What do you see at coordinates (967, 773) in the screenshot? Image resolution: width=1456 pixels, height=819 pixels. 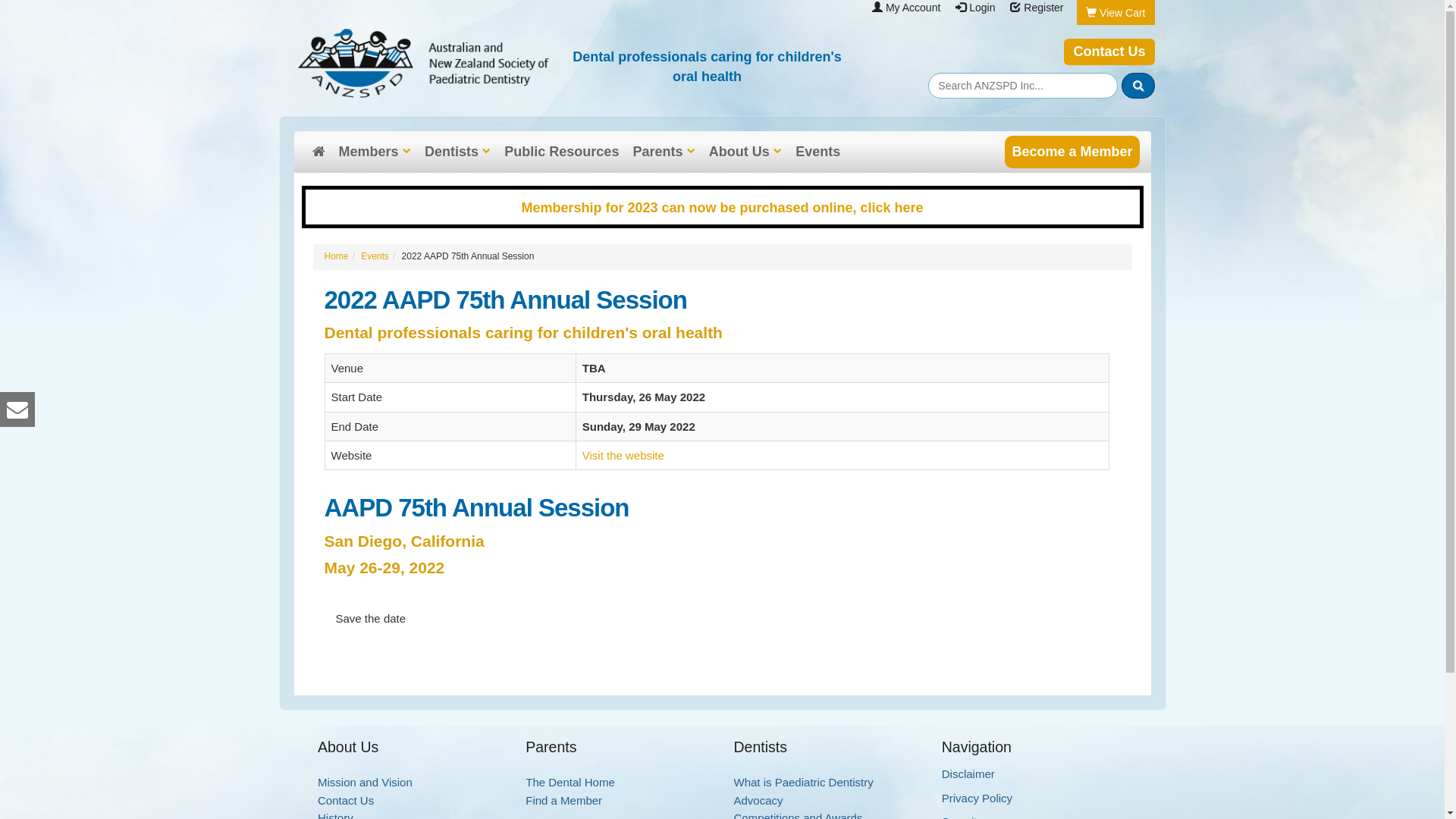 I see `'Disclaimer'` at bounding box center [967, 773].